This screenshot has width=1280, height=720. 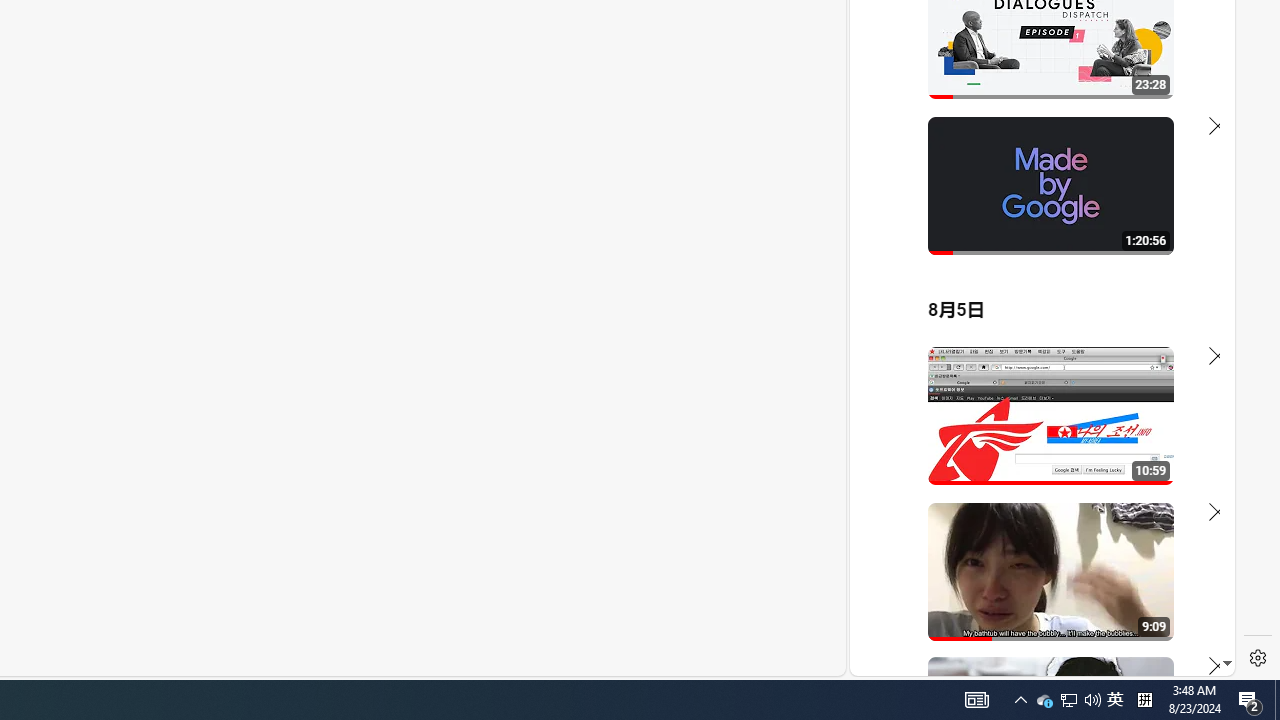 What do you see at coordinates (1131, 442) in the screenshot?
I see `'Actions for this site'` at bounding box center [1131, 442].